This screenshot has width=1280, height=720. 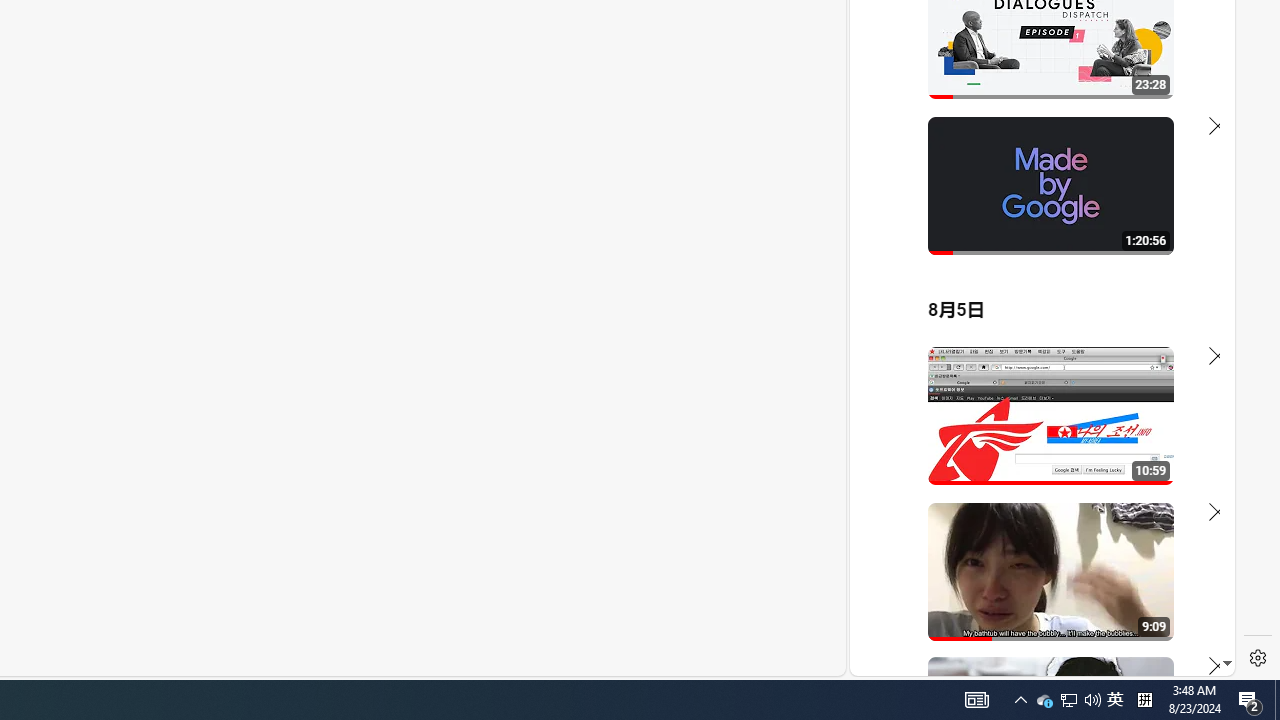 What do you see at coordinates (1131, 442) in the screenshot?
I see `'Actions for this site'` at bounding box center [1131, 442].